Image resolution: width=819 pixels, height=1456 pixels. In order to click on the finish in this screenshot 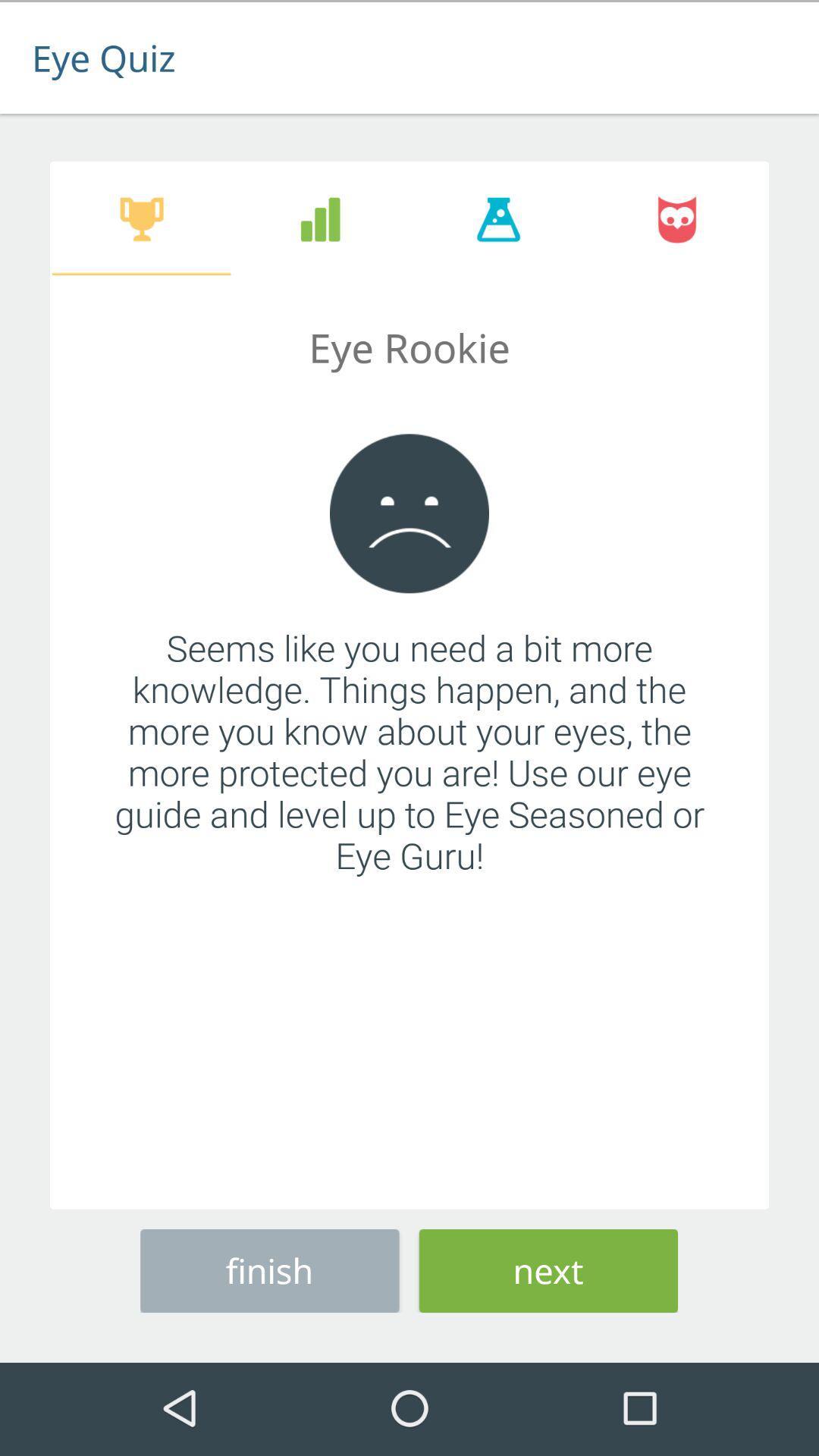, I will do `click(268, 1268)`.